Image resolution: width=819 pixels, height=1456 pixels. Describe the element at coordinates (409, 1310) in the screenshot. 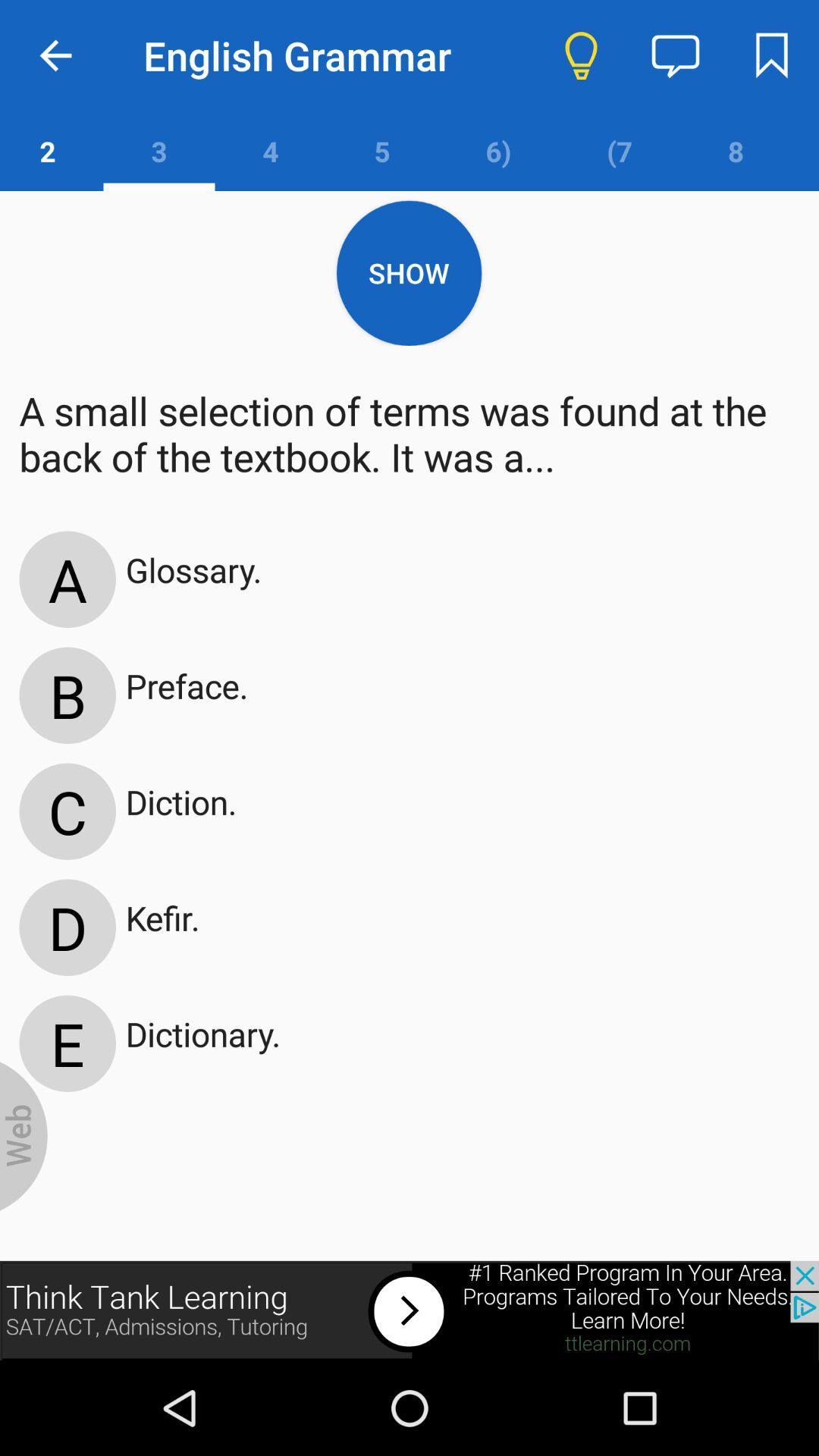

I see `advertisement` at that location.